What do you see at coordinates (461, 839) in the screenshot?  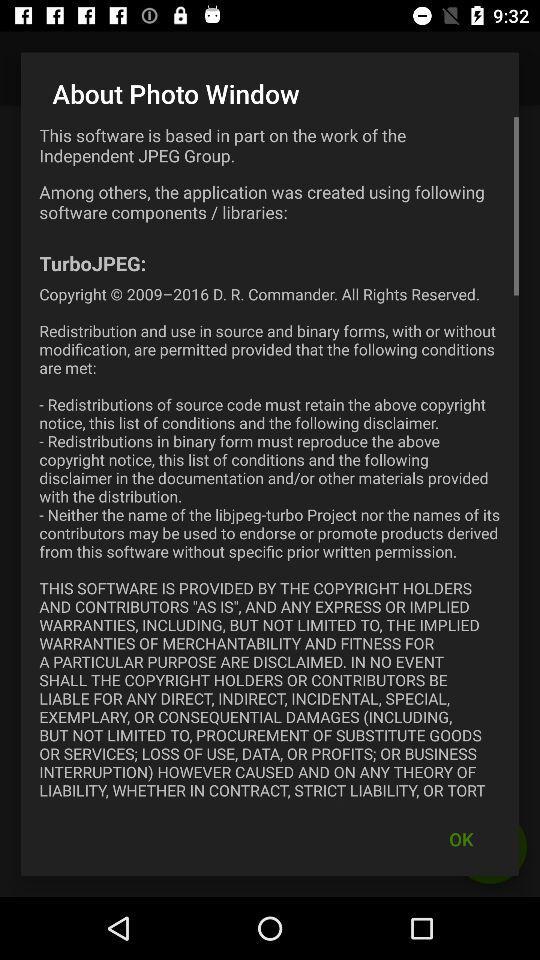 I see `the ok at the bottom right corner` at bounding box center [461, 839].